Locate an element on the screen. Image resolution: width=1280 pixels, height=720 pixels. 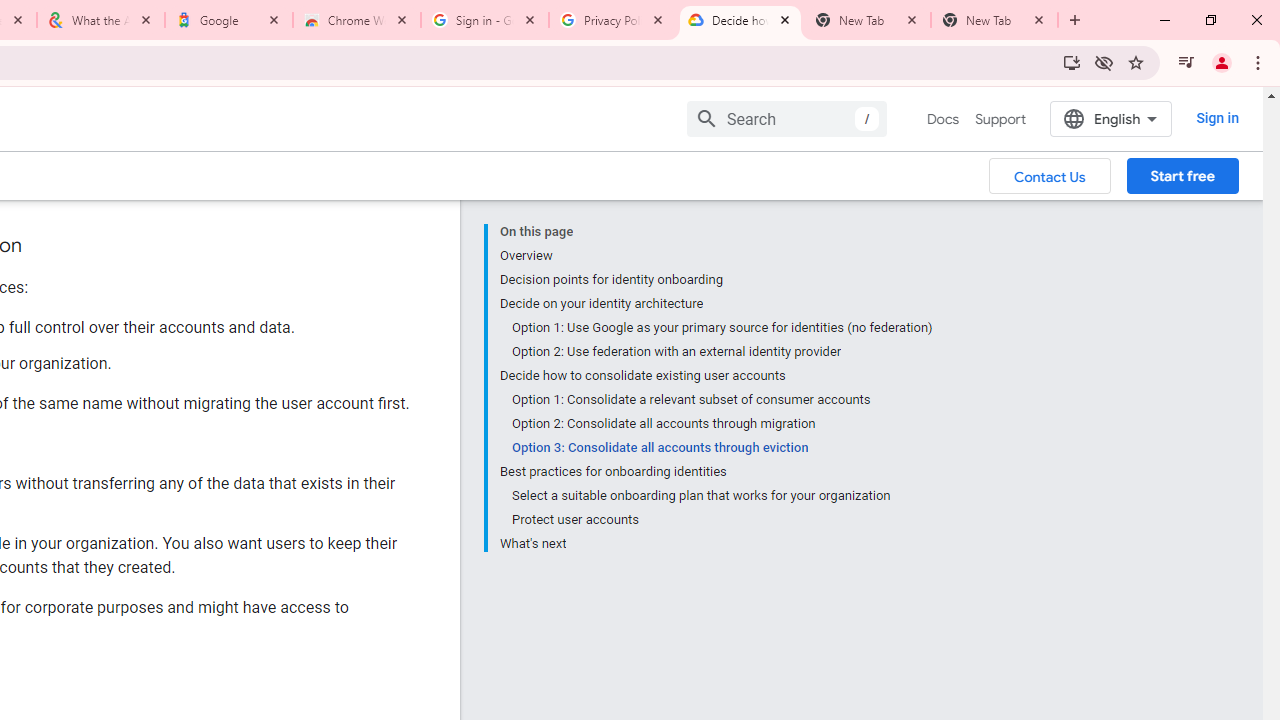
'English' is located at coordinates (1110, 118).